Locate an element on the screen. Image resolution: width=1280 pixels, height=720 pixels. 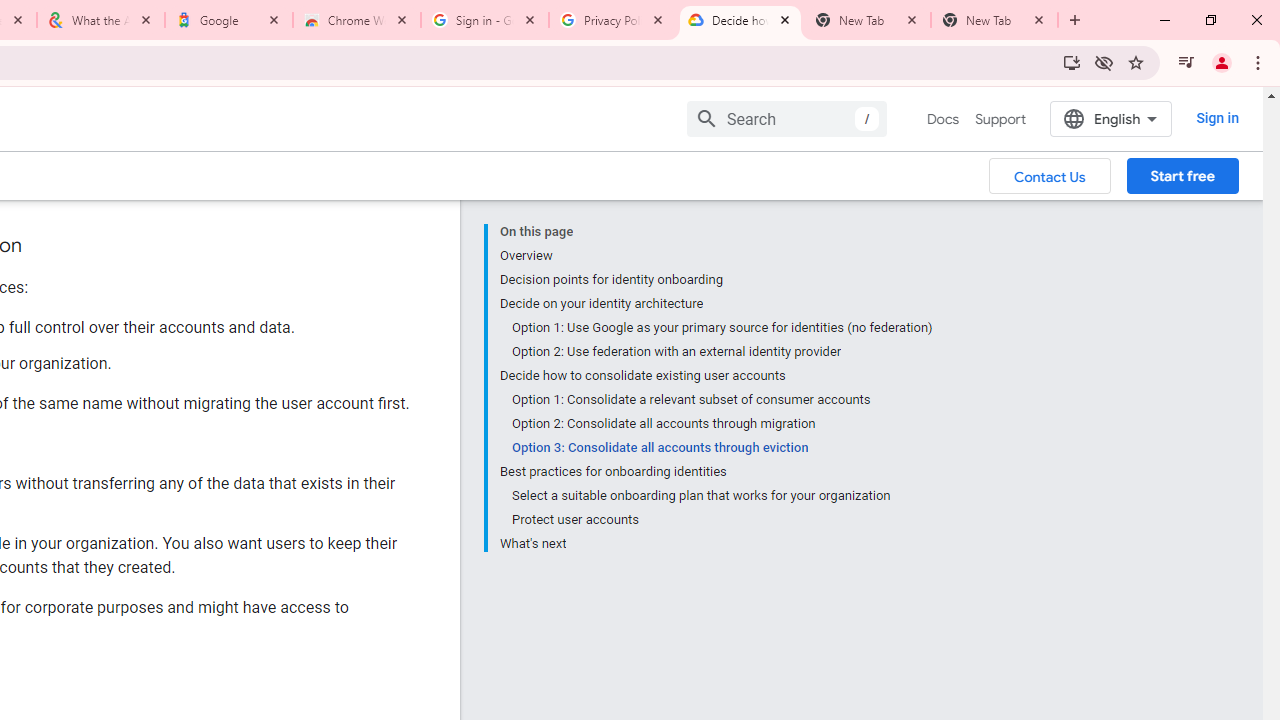
'English' is located at coordinates (1110, 118).